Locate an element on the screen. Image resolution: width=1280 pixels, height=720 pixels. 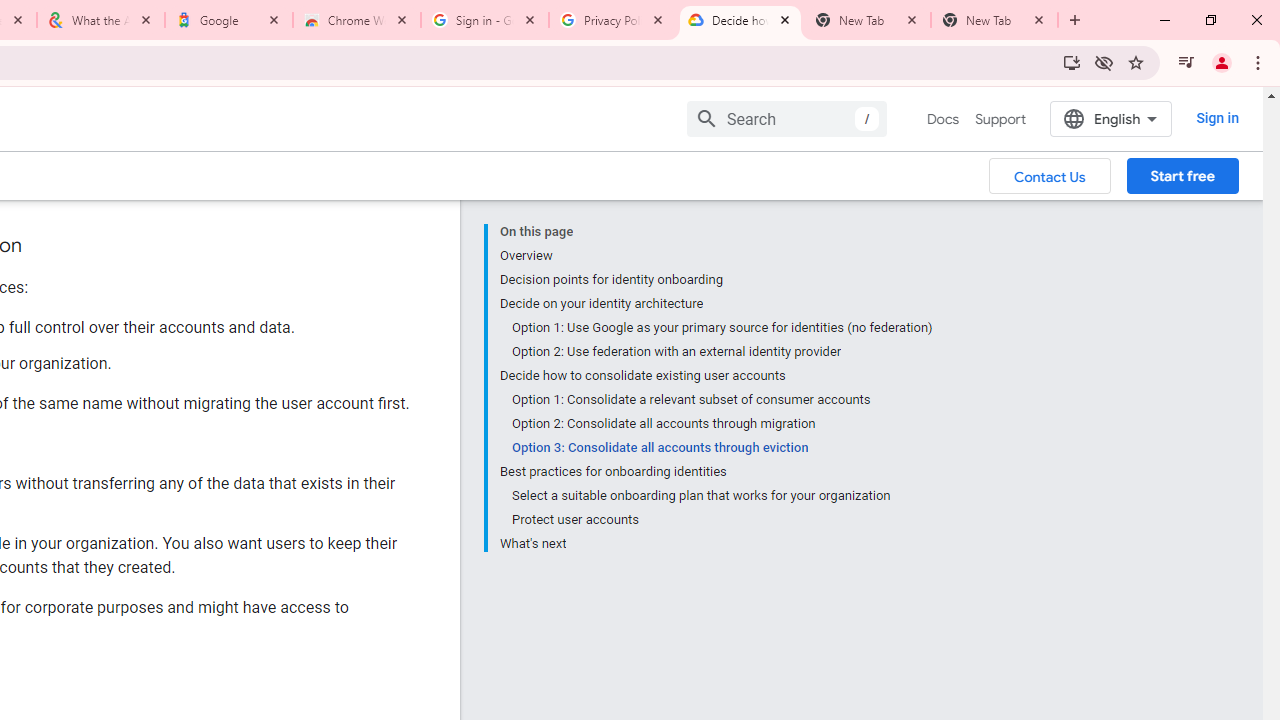
'English' is located at coordinates (1110, 118).